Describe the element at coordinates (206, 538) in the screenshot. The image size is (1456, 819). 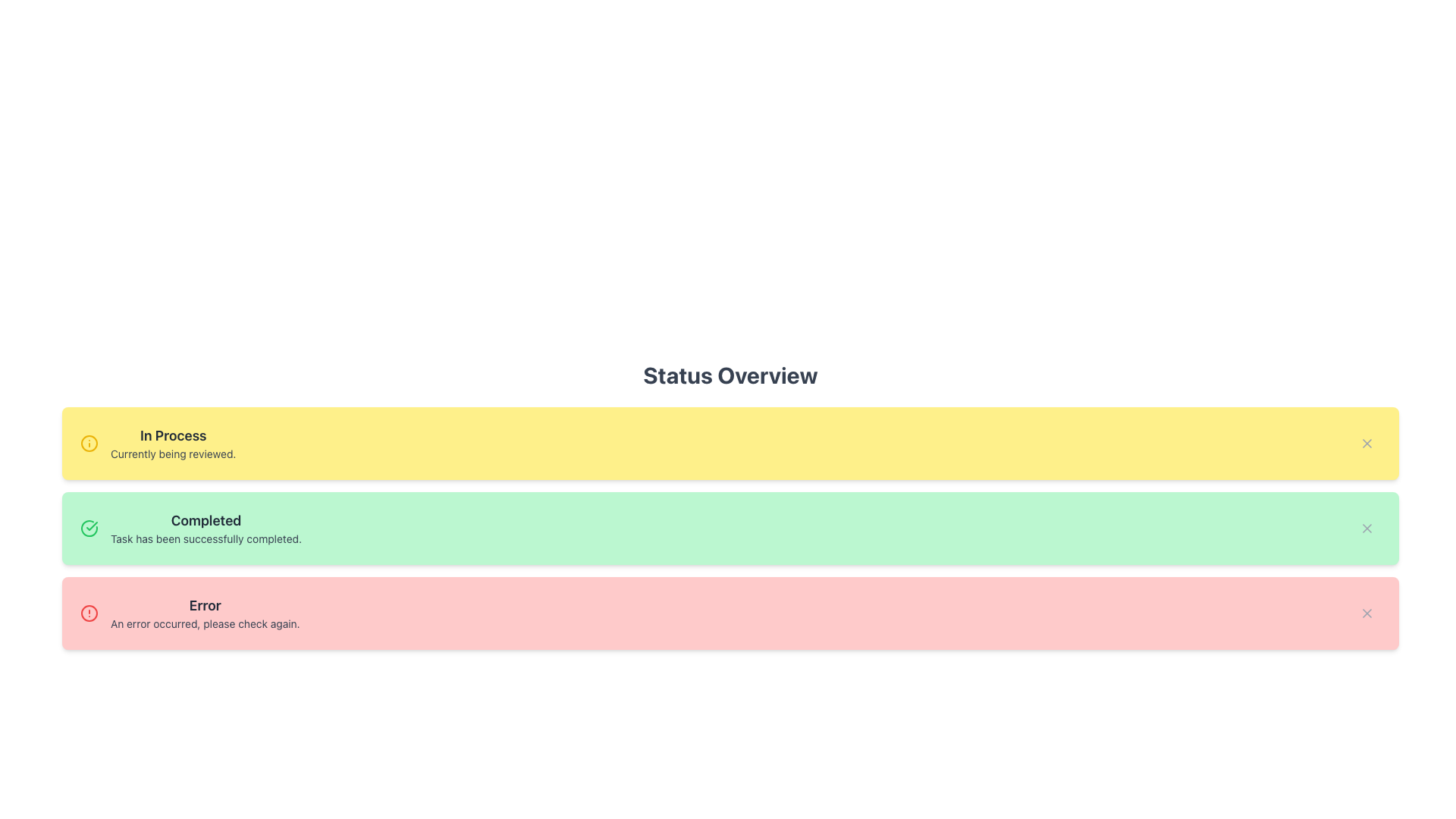
I see `informational text label located below the 'Completed' label in the status overview section` at that location.